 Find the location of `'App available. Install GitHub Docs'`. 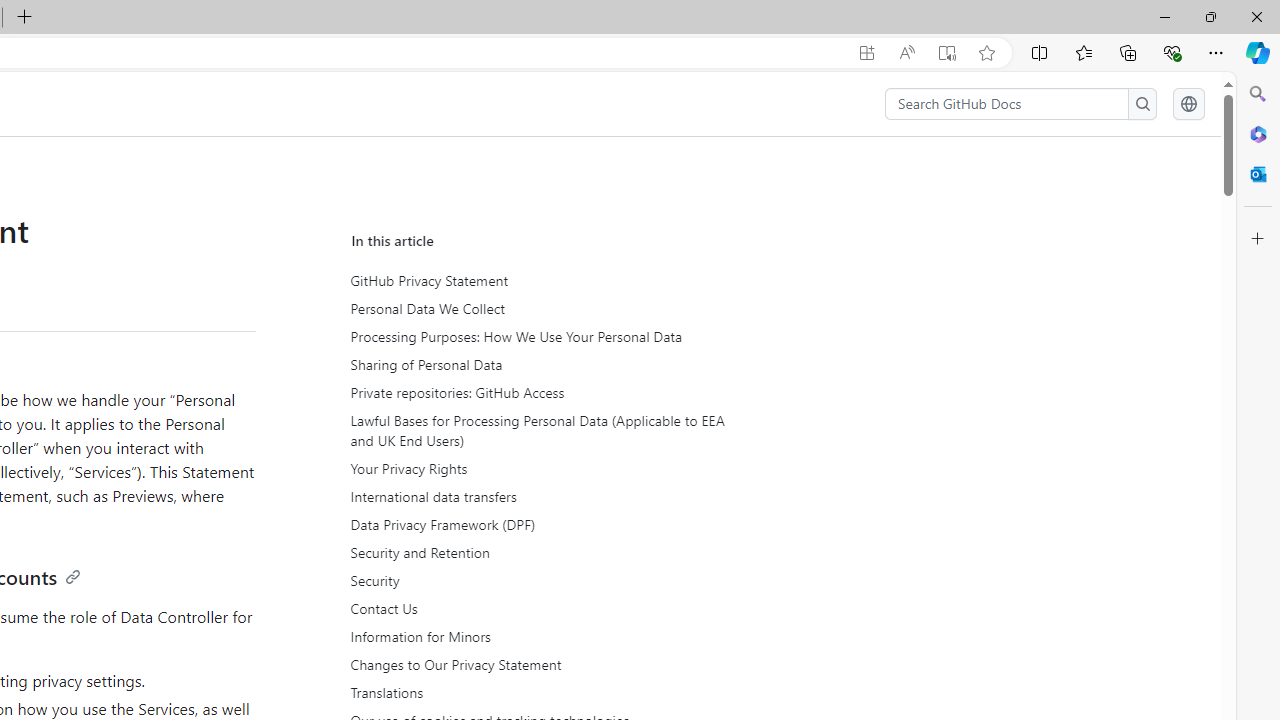

'App available. Install GitHub Docs' is located at coordinates (867, 52).